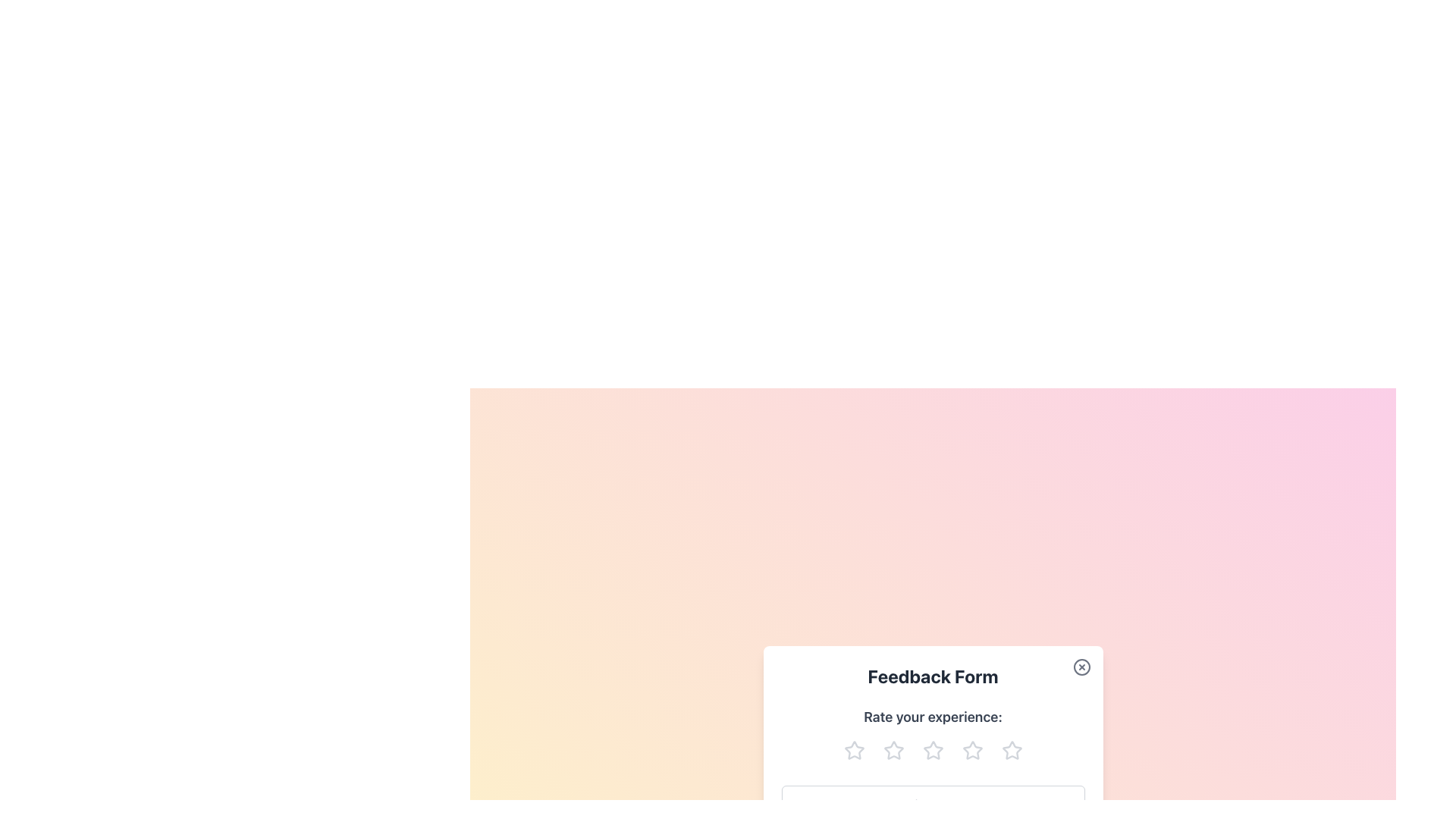 The width and height of the screenshot is (1456, 819). What do you see at coordinates (854, 751) in the screenshot?
I see `the first star-shaped icon in the rating system, which is located below the text 'Rate your experience:' in the feedback form` at bounding box center [854, 751].